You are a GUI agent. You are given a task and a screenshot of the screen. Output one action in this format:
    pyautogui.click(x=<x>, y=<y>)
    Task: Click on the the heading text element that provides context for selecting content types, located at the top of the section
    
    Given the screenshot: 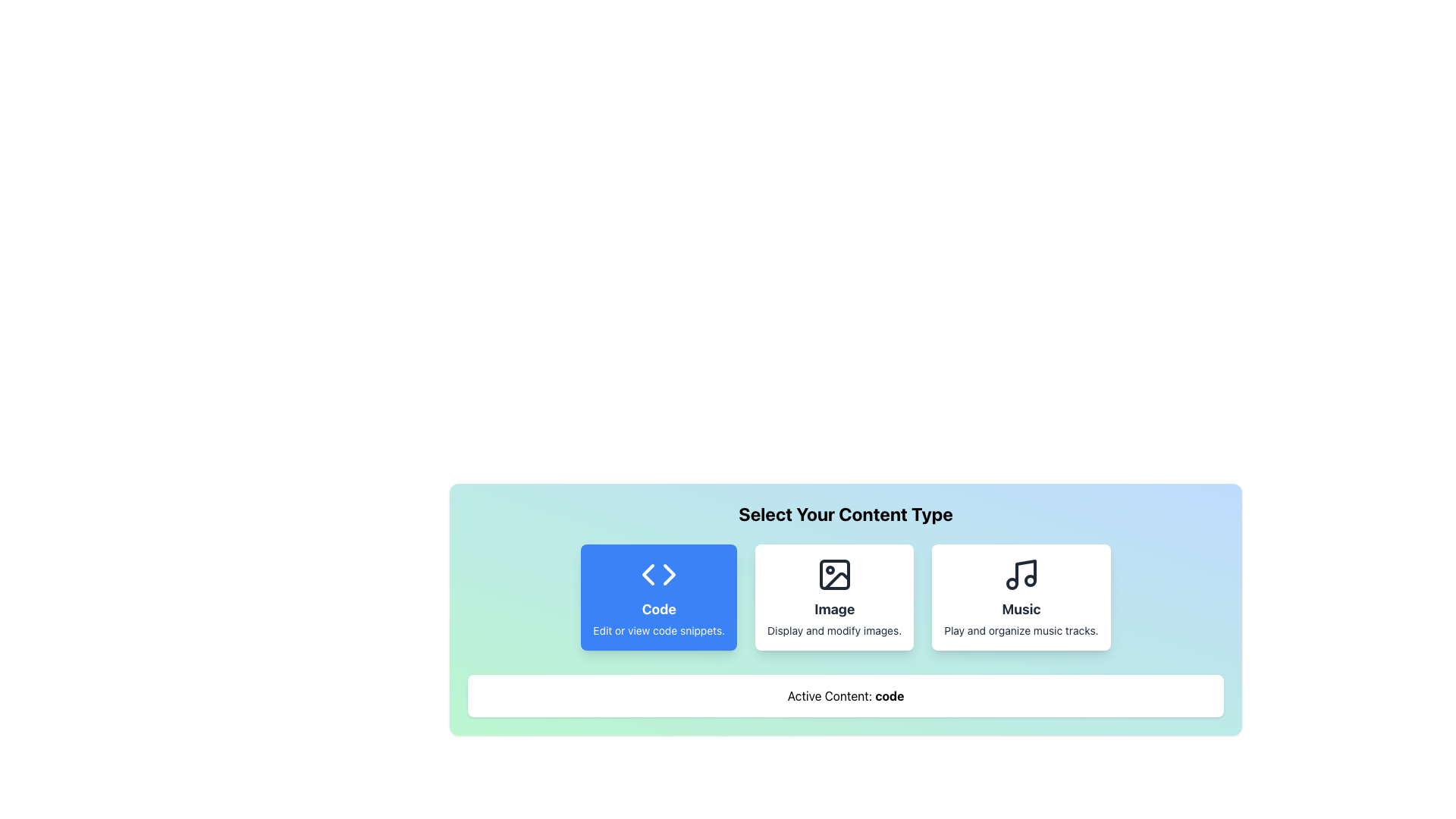 What is the action you would take?
    pyautogui.click(x=845, y=513)
    